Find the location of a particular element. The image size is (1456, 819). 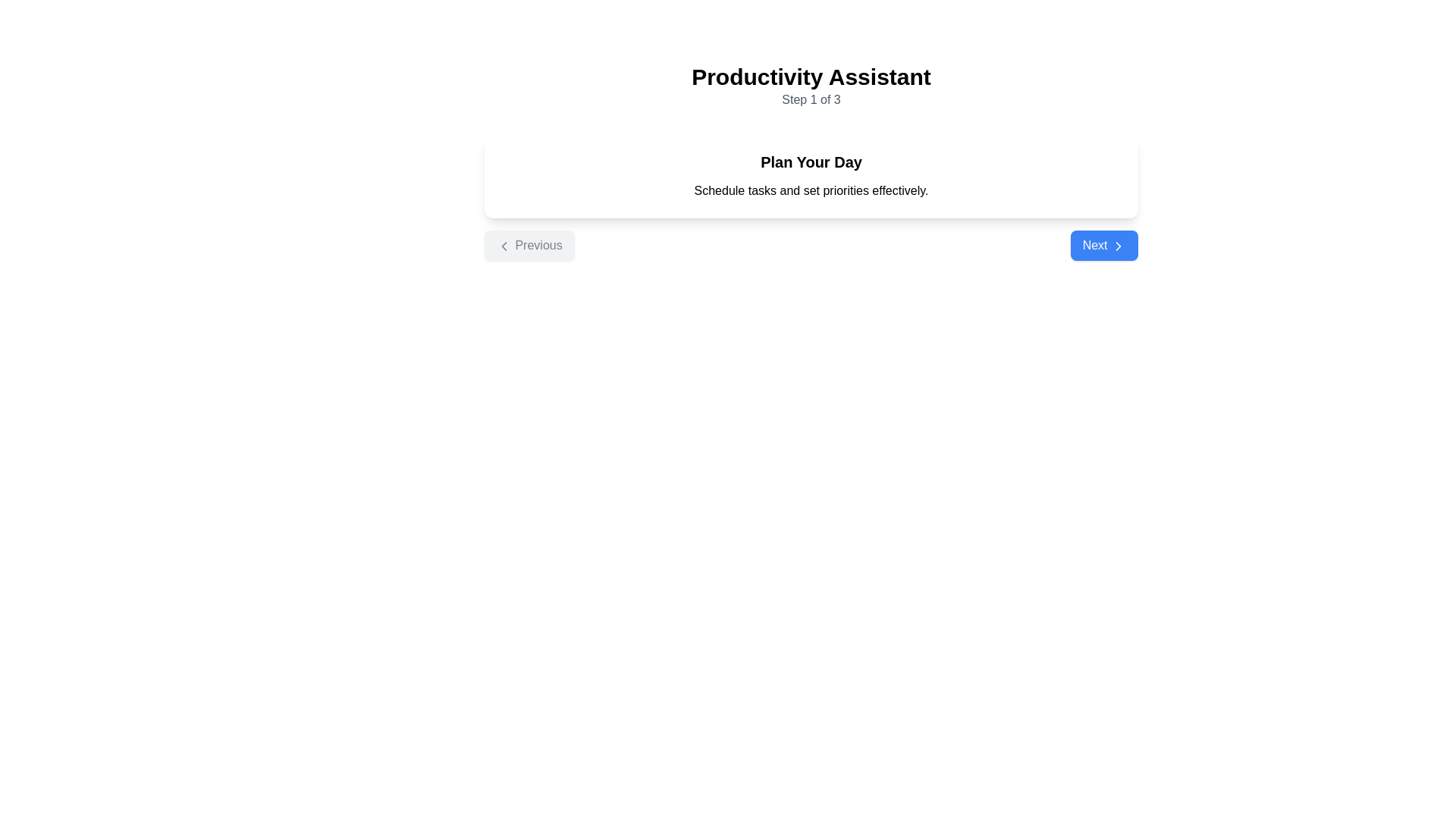

the right-facing chevron icon located on the right side of the 'Next' button with a blue background and white text is located at coordinates (1118, 245).